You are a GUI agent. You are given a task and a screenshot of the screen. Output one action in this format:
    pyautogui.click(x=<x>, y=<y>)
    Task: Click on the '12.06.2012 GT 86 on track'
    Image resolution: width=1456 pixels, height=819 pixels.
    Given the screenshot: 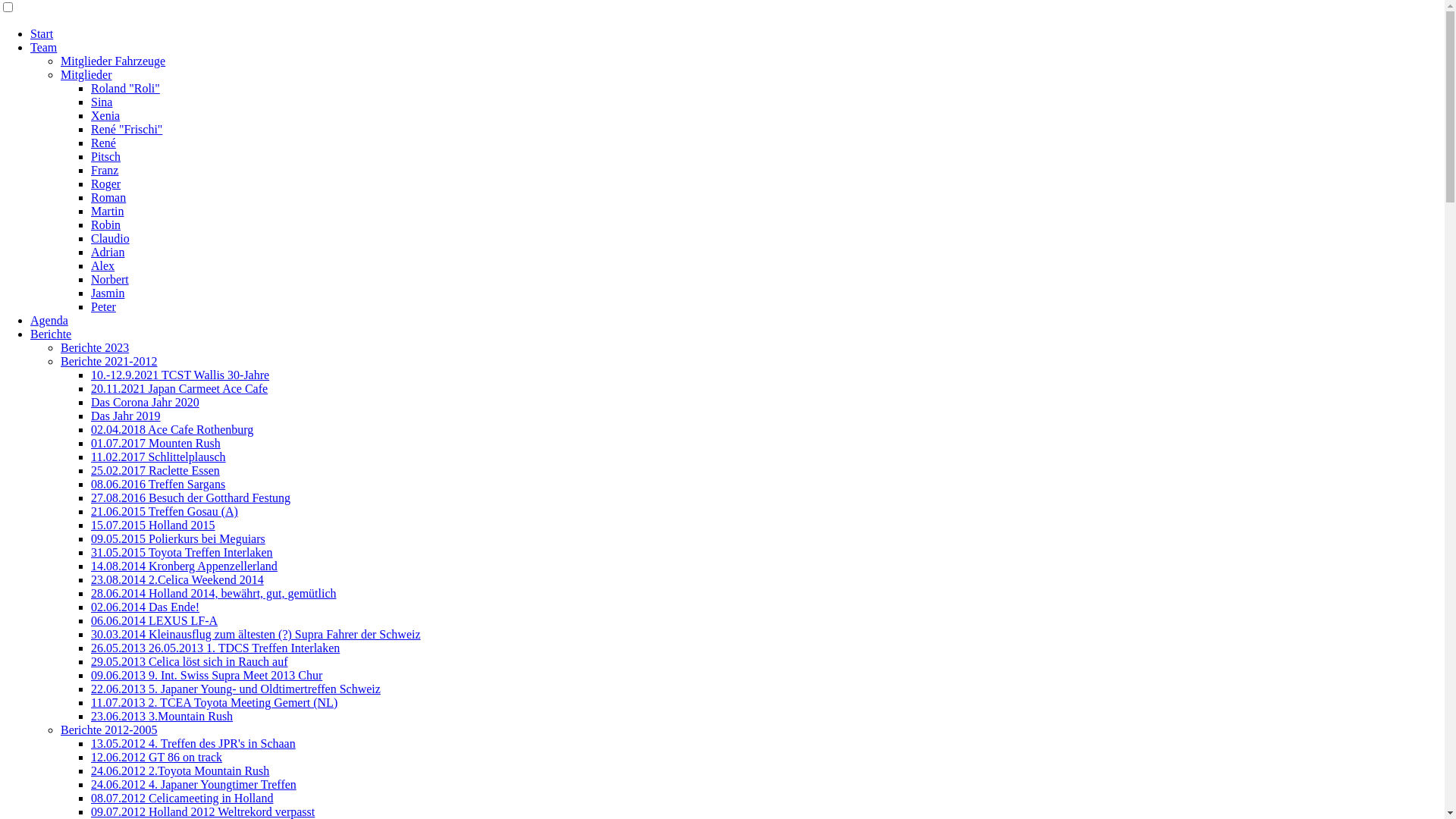 What is the action you would take?
    pyautogui.click(x=156, y=757)
    